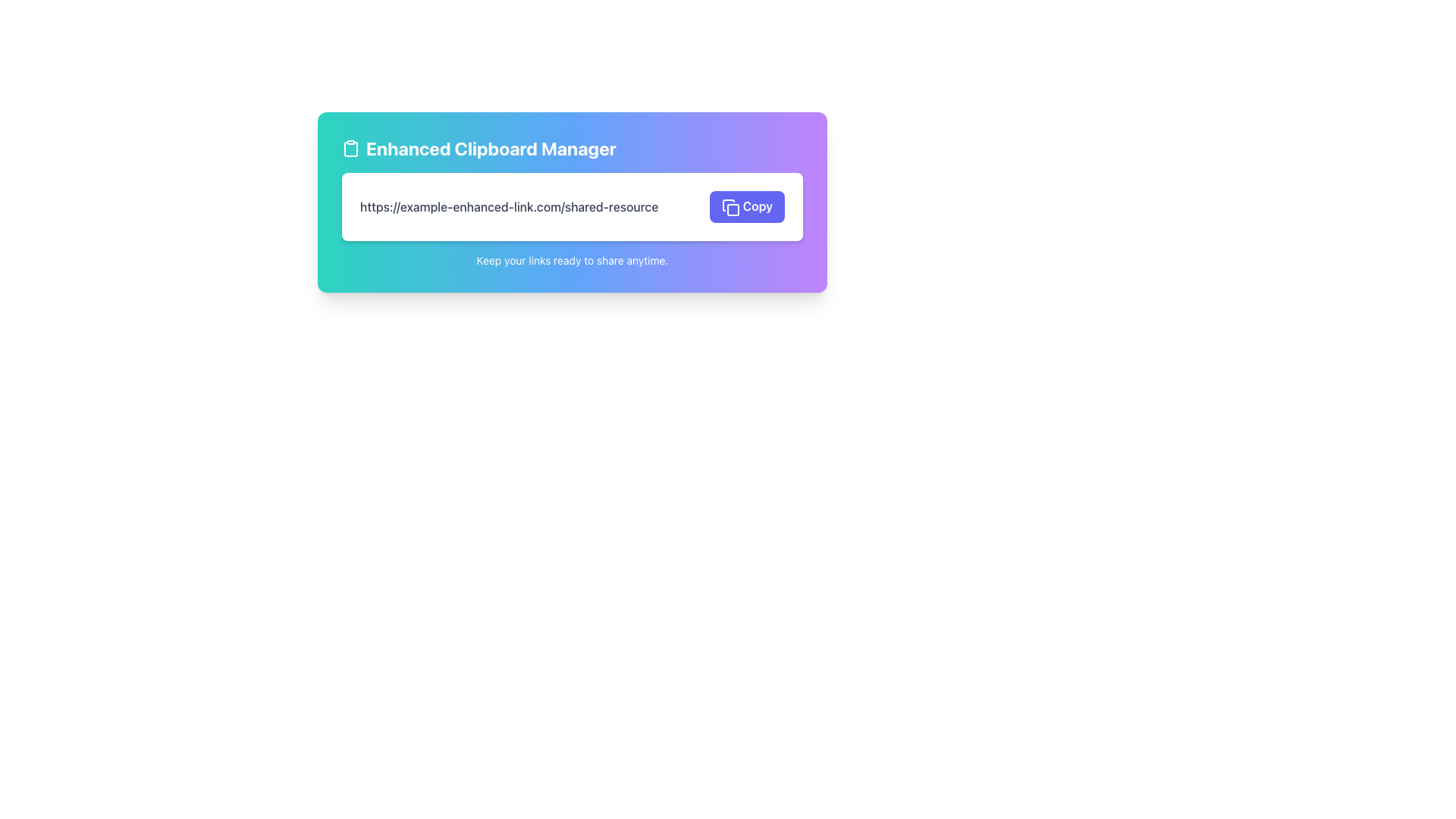 This screenshot has height=819, width=1456. Describe the element at coordinates (571, 259) in the screenshot. I see `the instructional text label located at the bottom of the card with a gradient background, which indicates the readiness of the displayed links for sharing` at that location.